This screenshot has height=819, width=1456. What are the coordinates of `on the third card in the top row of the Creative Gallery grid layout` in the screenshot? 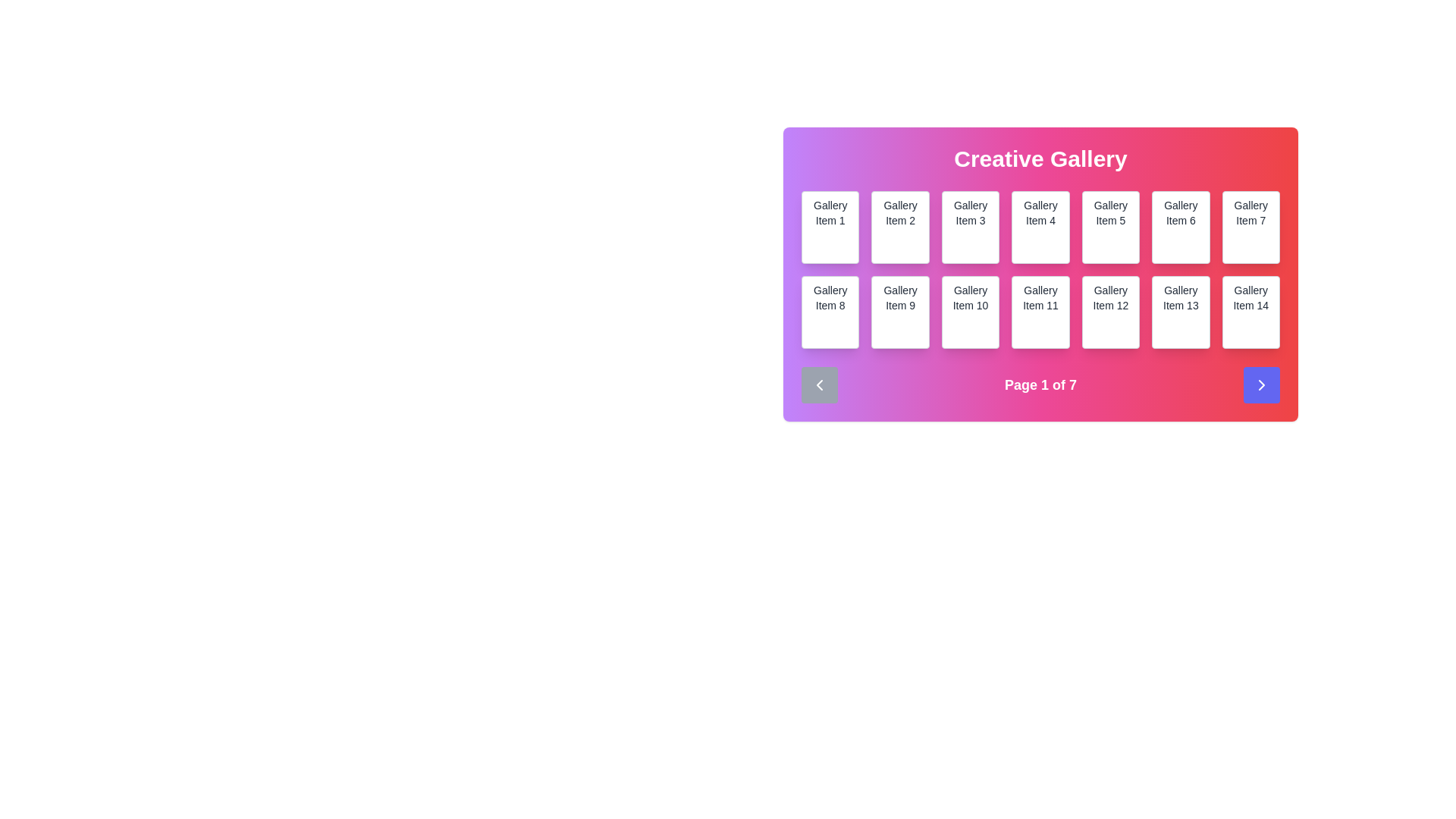 It's located at (971, 227).